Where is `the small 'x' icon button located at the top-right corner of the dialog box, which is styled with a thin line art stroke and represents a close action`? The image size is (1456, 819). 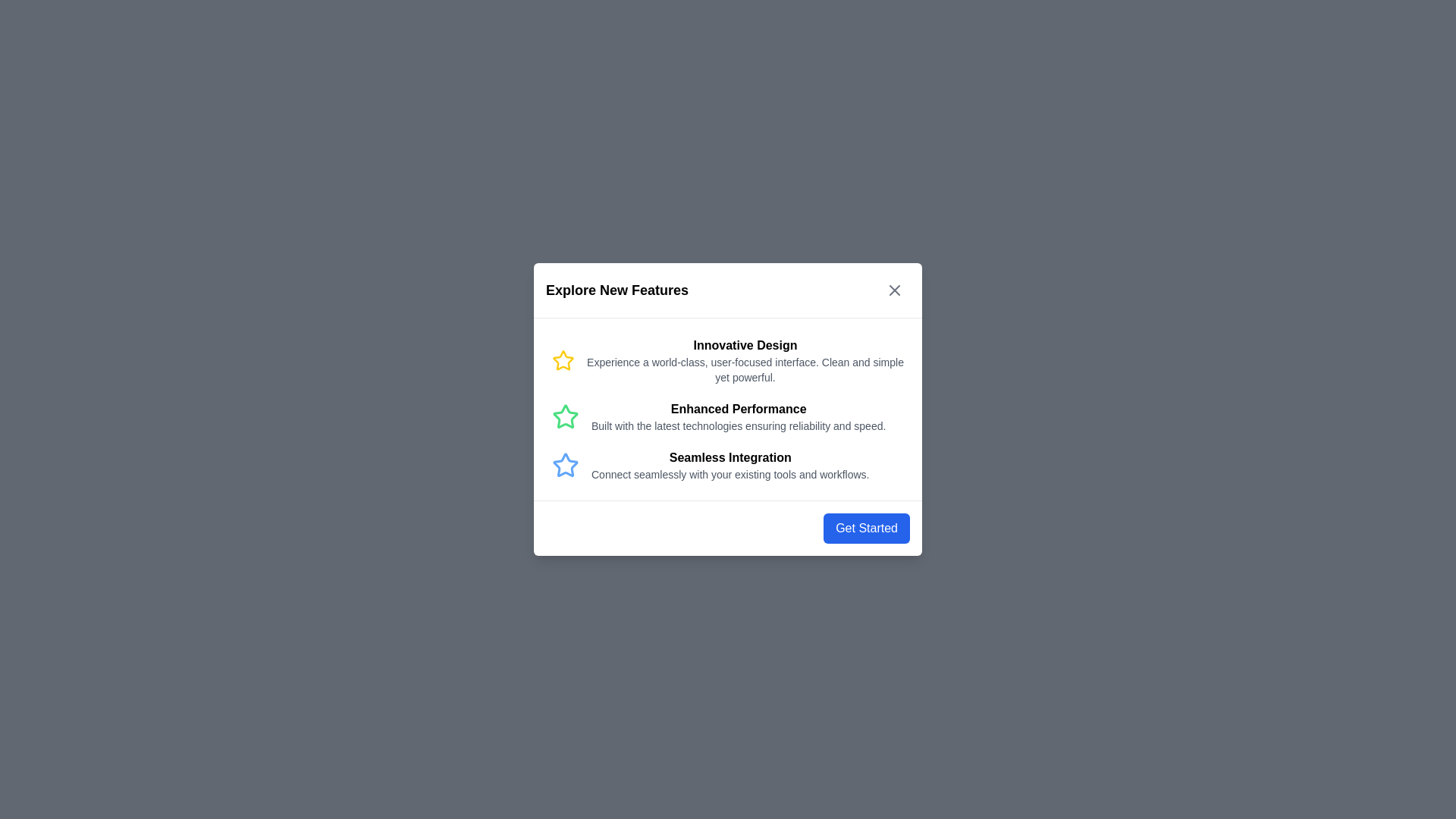 the small 'x' icon button located at the top-right corner of the dialog box, which is styled with a thin line art stroke and represents a close action is located at coordinates (895, 290).